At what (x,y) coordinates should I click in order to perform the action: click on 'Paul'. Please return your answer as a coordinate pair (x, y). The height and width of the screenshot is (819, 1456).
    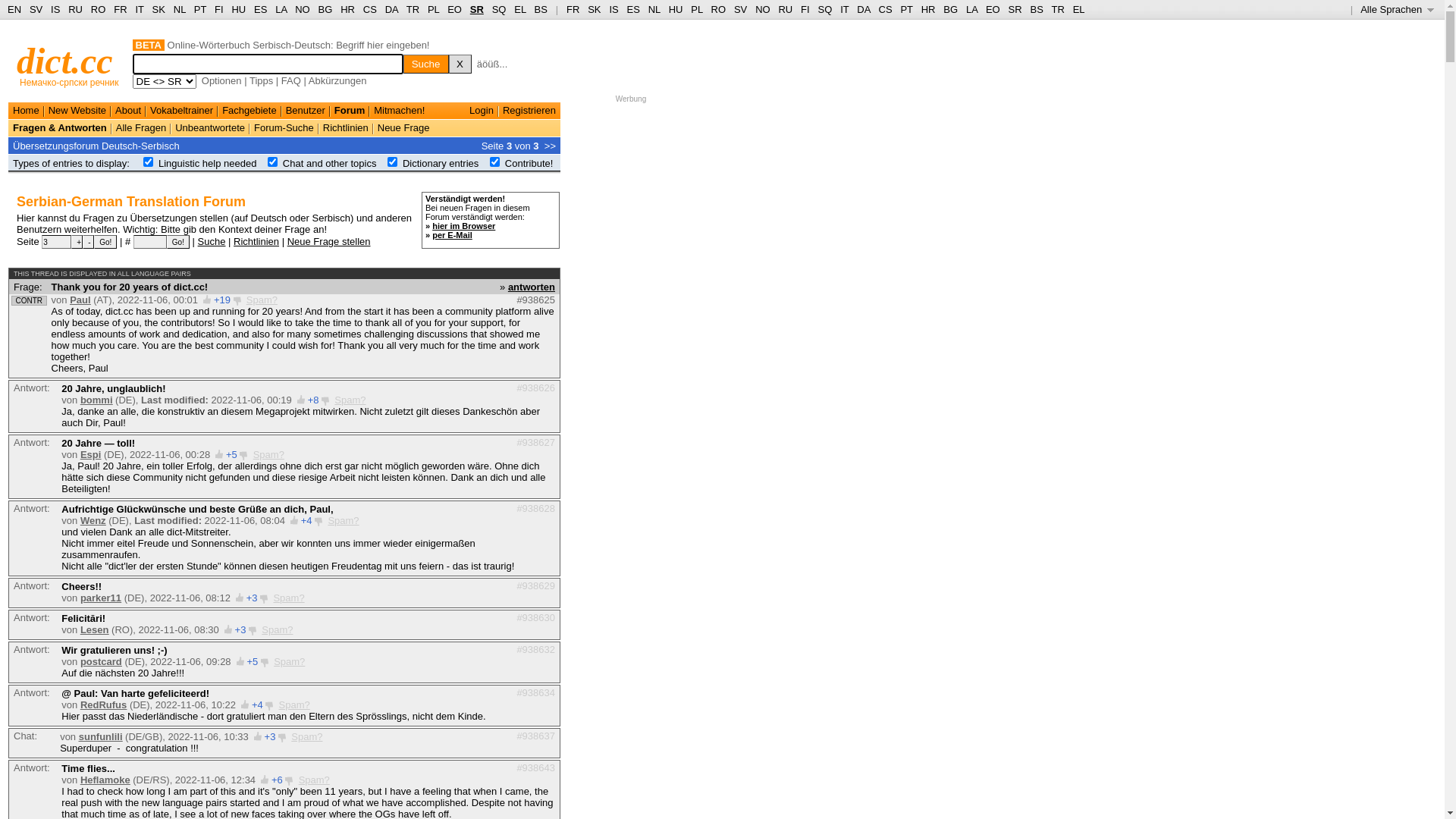
    Looking at the image, I should click on (79, 300).